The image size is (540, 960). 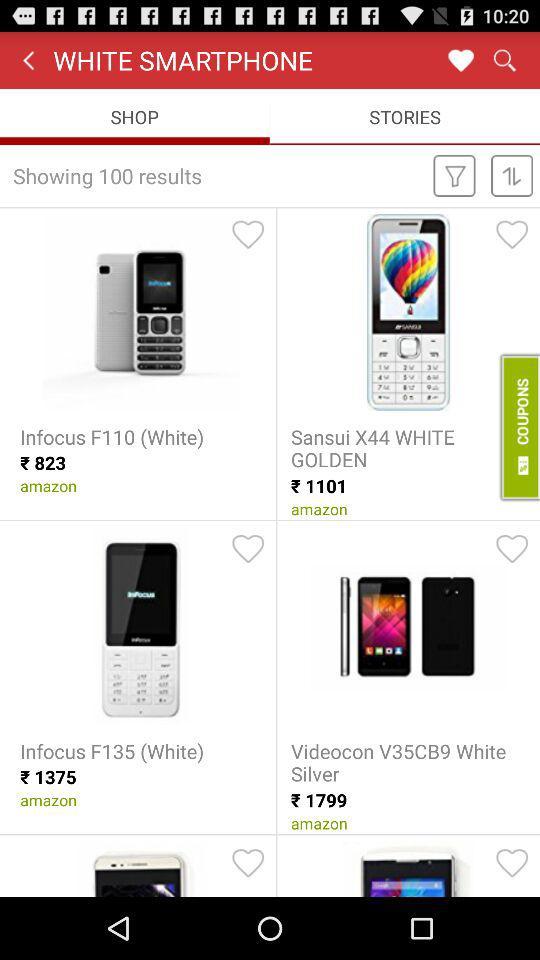 What do you see at coordinates (27, 64) in the screenshot?
I see `the arrow_backward icon` at bounding box center [27, 64].